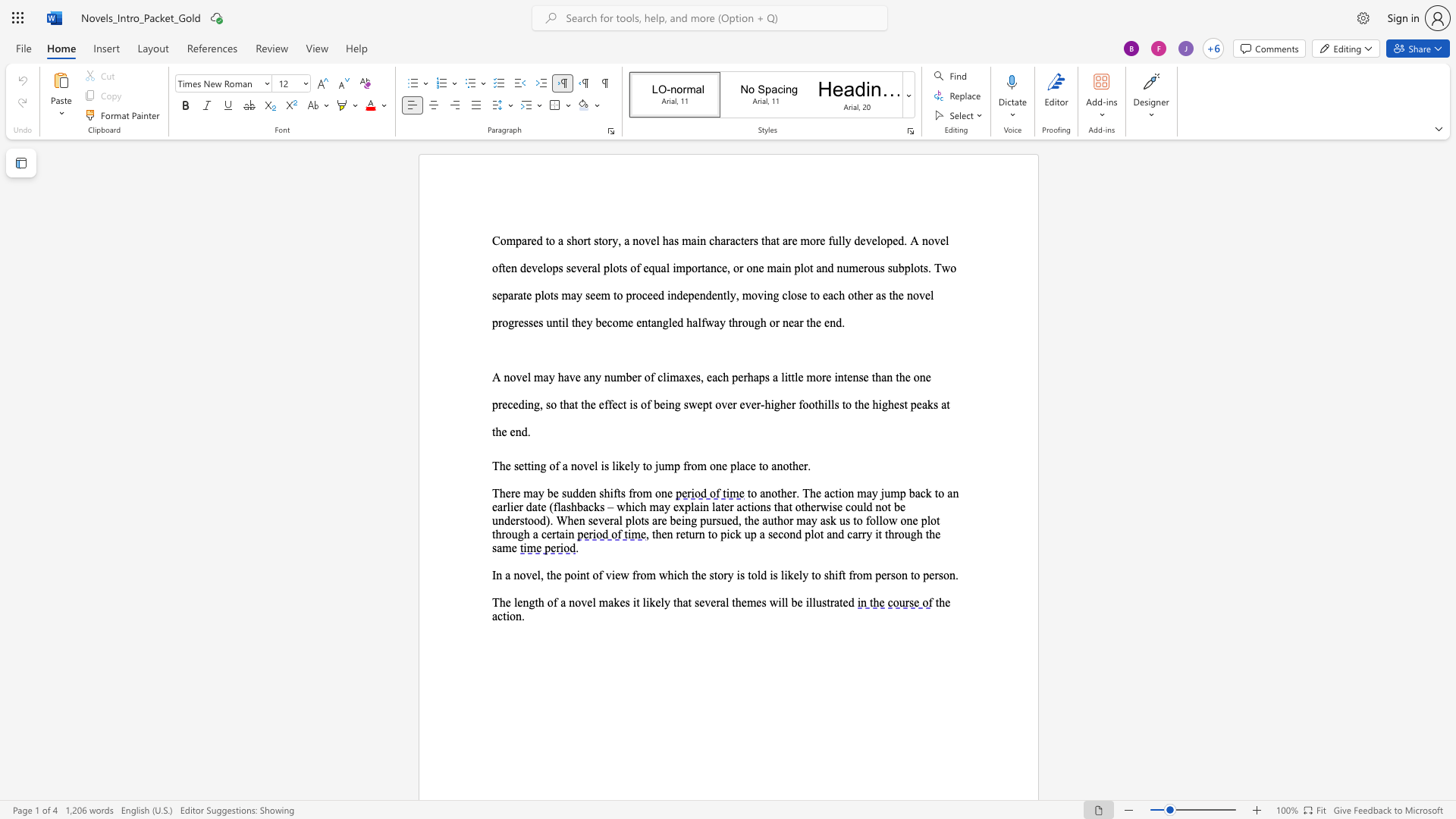  Describe the element at coordinates (513, 295) in the screenshot. I see `the space between the continuous character "a" and "r" in the text` at that location.